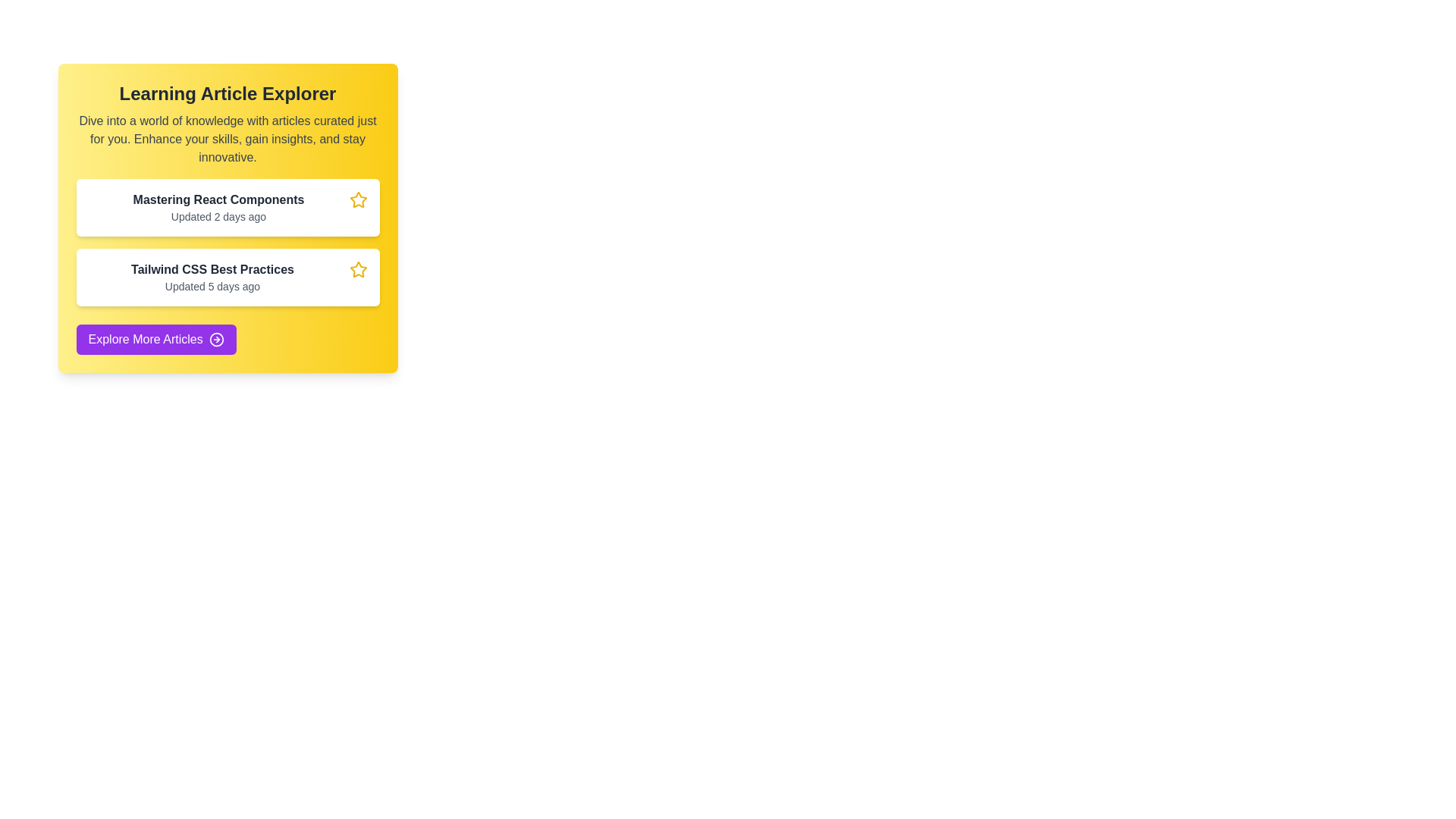 The height and width of the screenshot is (819, 1456). Describe the element at coordinates (218, 216) in the screenshot. I see `text content of the Text label that indicates the last update time, positioned directly below the title 'Mastering React Components'` at that location.